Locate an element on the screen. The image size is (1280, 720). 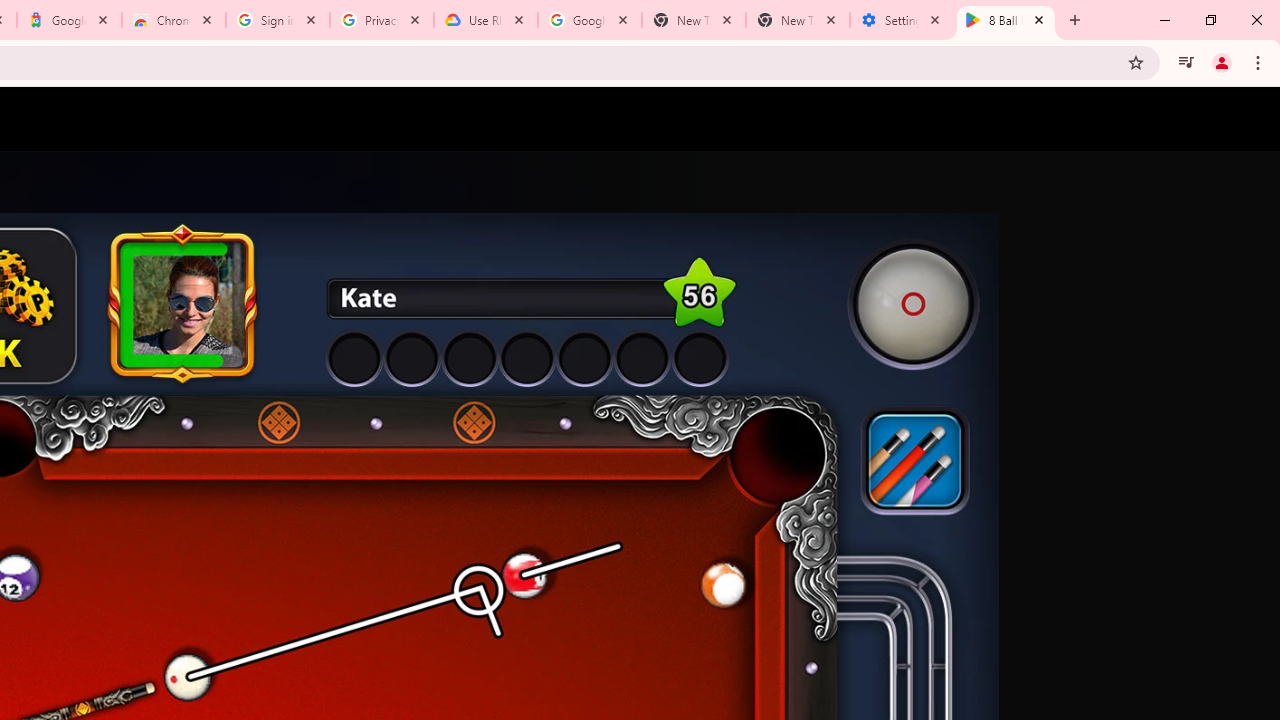
'Chrome Web Store - Color themes by Chrome' is located at coordinates (174, 20).